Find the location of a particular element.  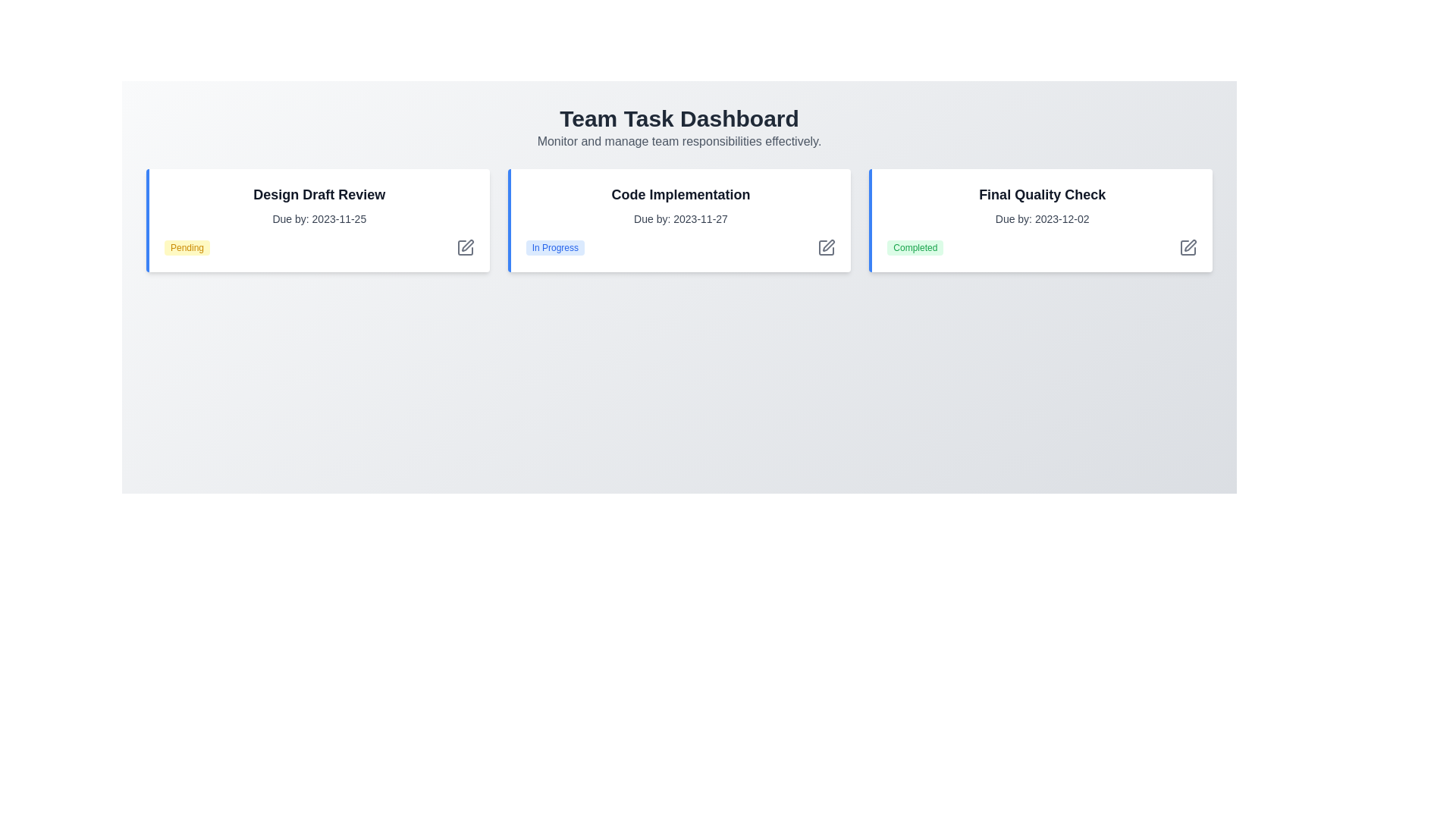

the Icon button located at the top right corner of the 'Final Quality Check' card is located at coordinates (1187, 247).